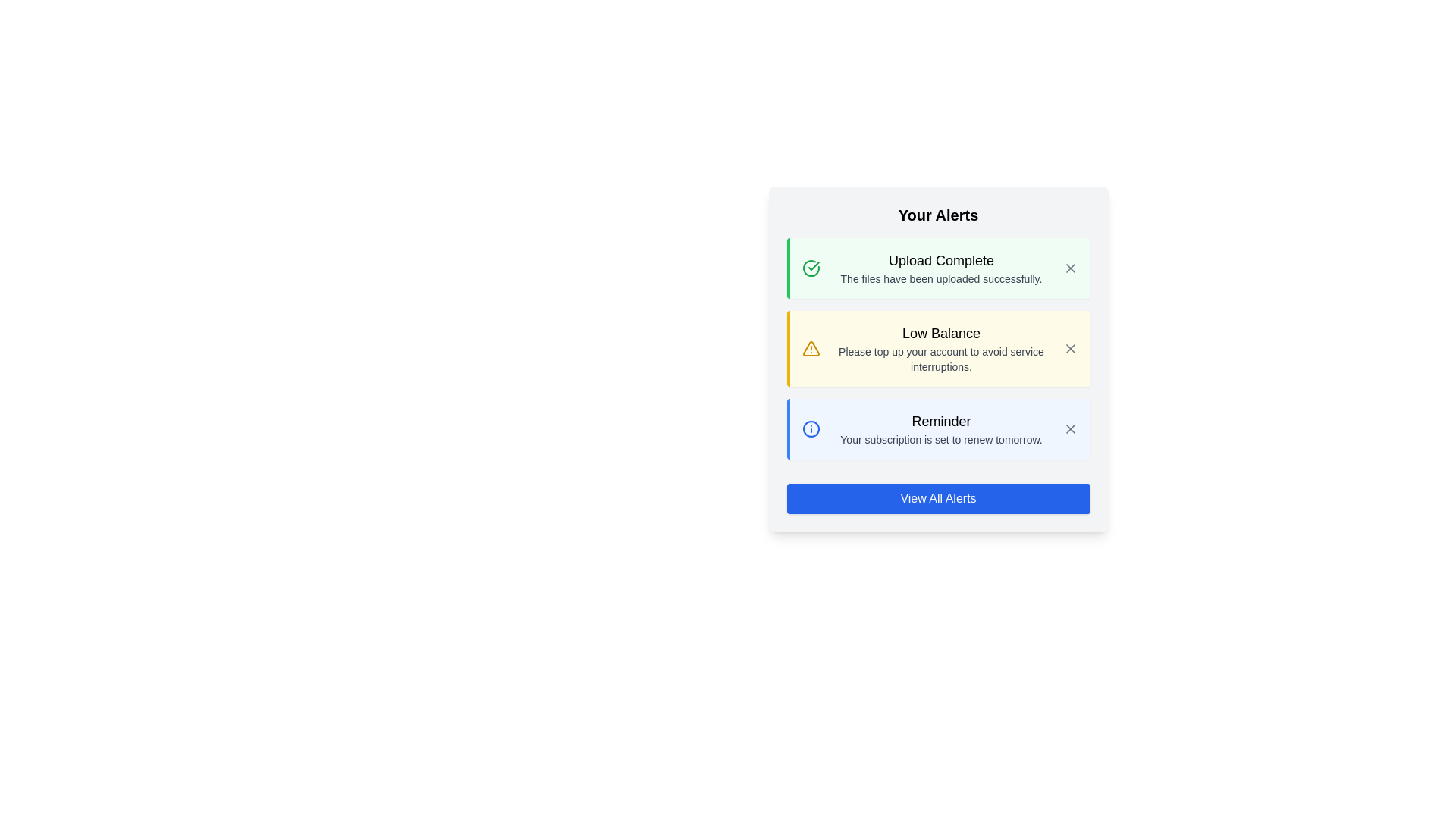  What do you see at coordinates (810, 429) in the screenshot?
I see `the informational reminder icon located to the left of the text 'Reminder' in the third notification card of the 'Your Alerts' section` at bounding box center [810, 429].